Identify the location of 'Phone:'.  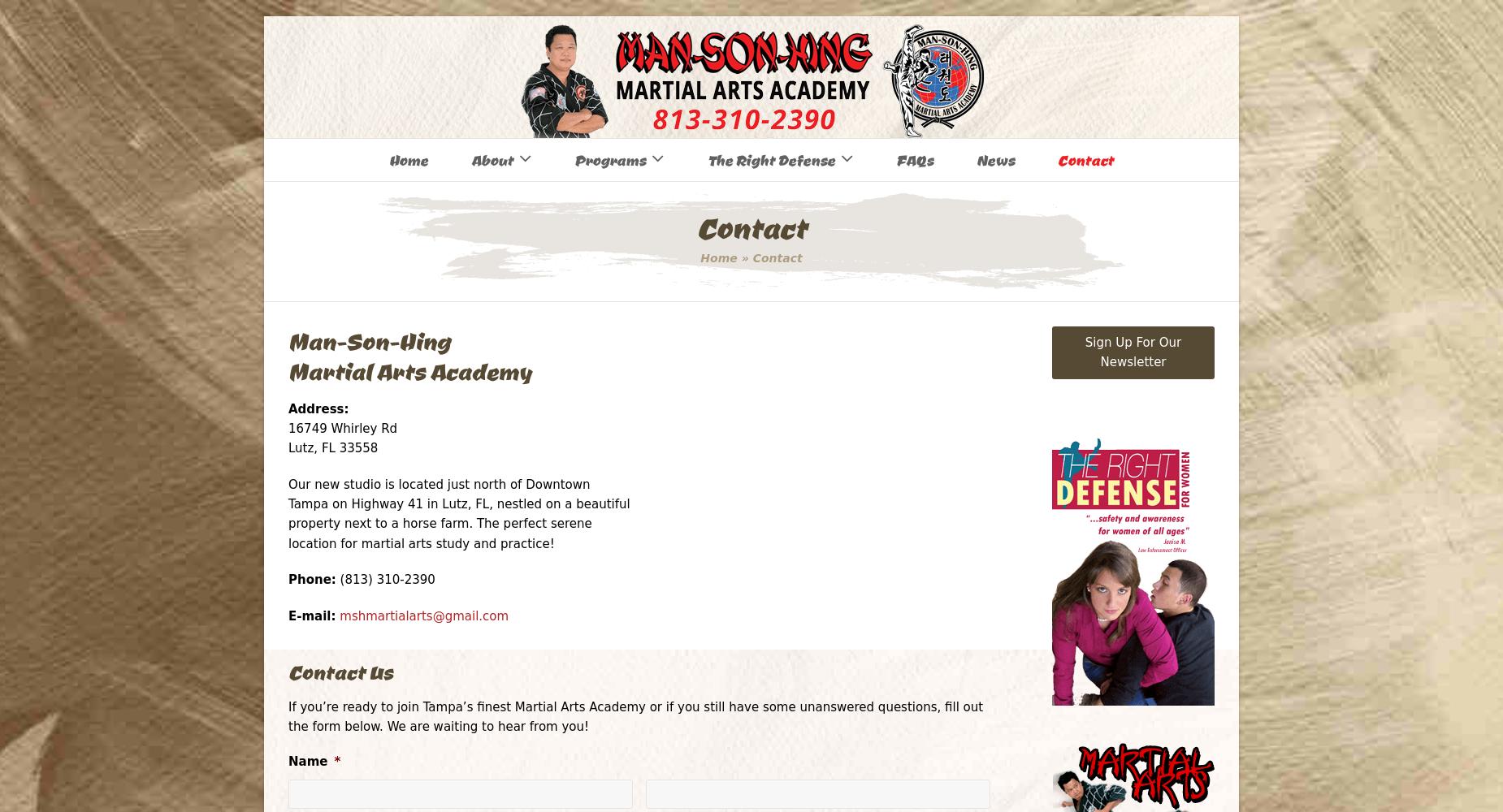
(288, 579).